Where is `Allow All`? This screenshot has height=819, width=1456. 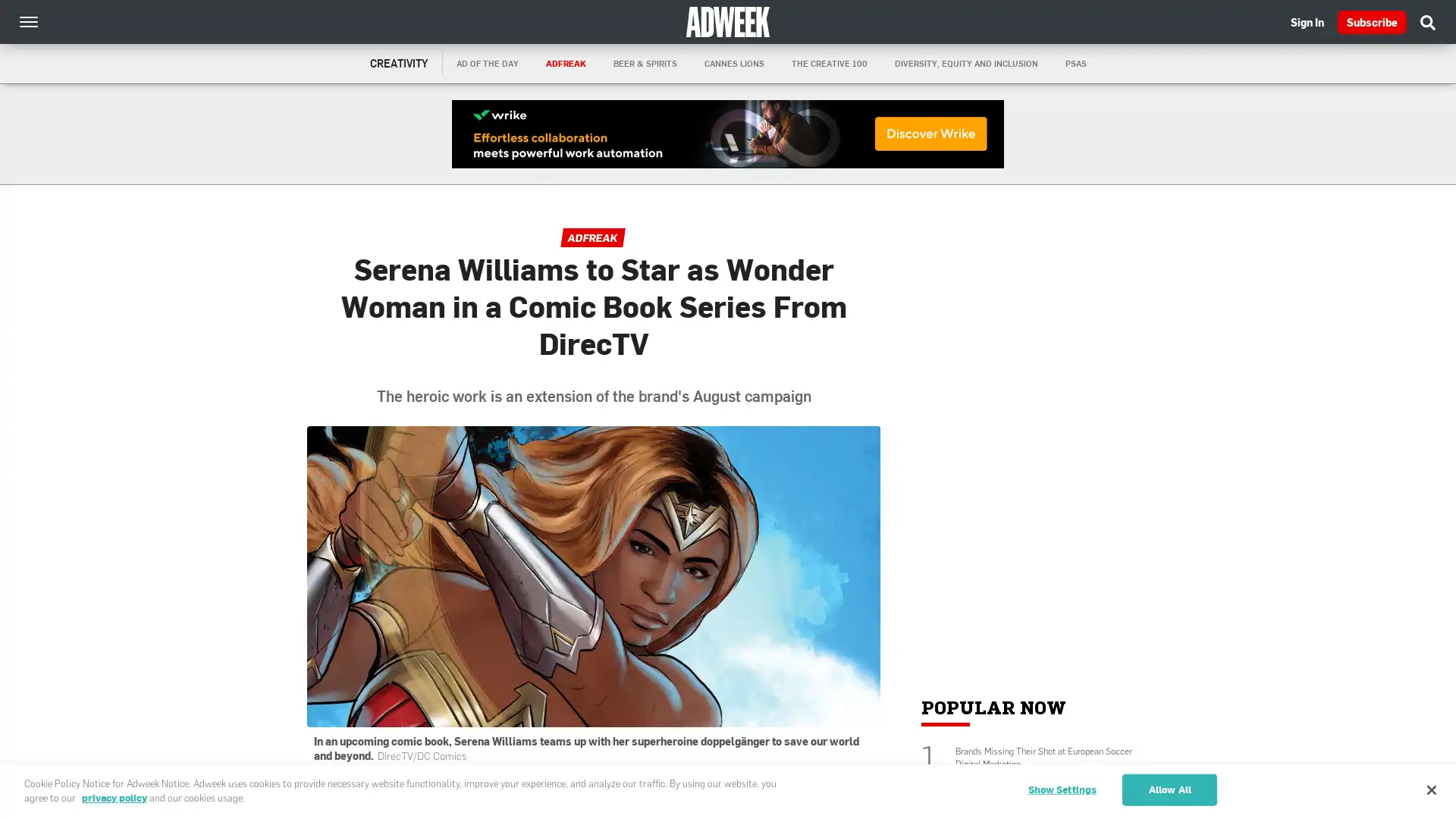 Allow All is located at coordinates (1169, 789).